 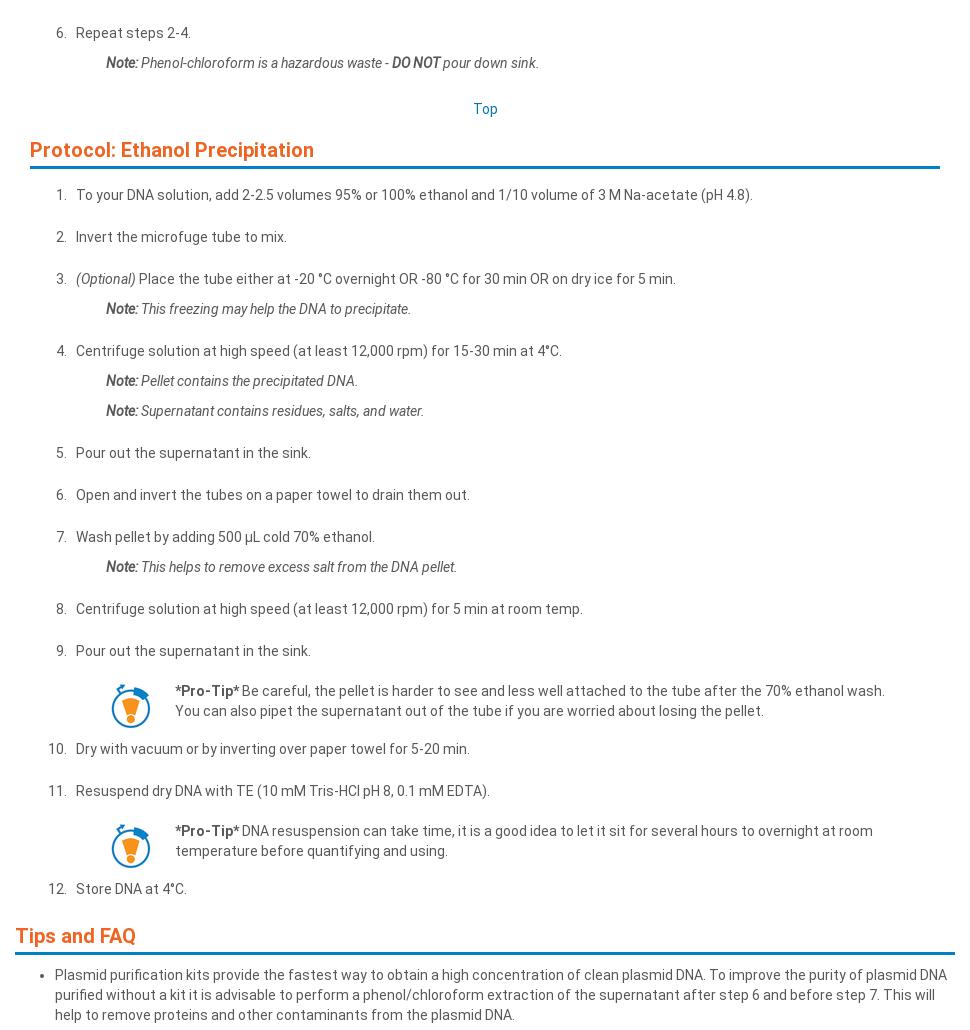 I want to click on 'Be careful, the pellet is harder to see and less well attached to the tube after the 70% ethanol wash. You can also pipet the supernatant out of the tube if you are worried about losing the pellet.', so click(x=529, y=699).